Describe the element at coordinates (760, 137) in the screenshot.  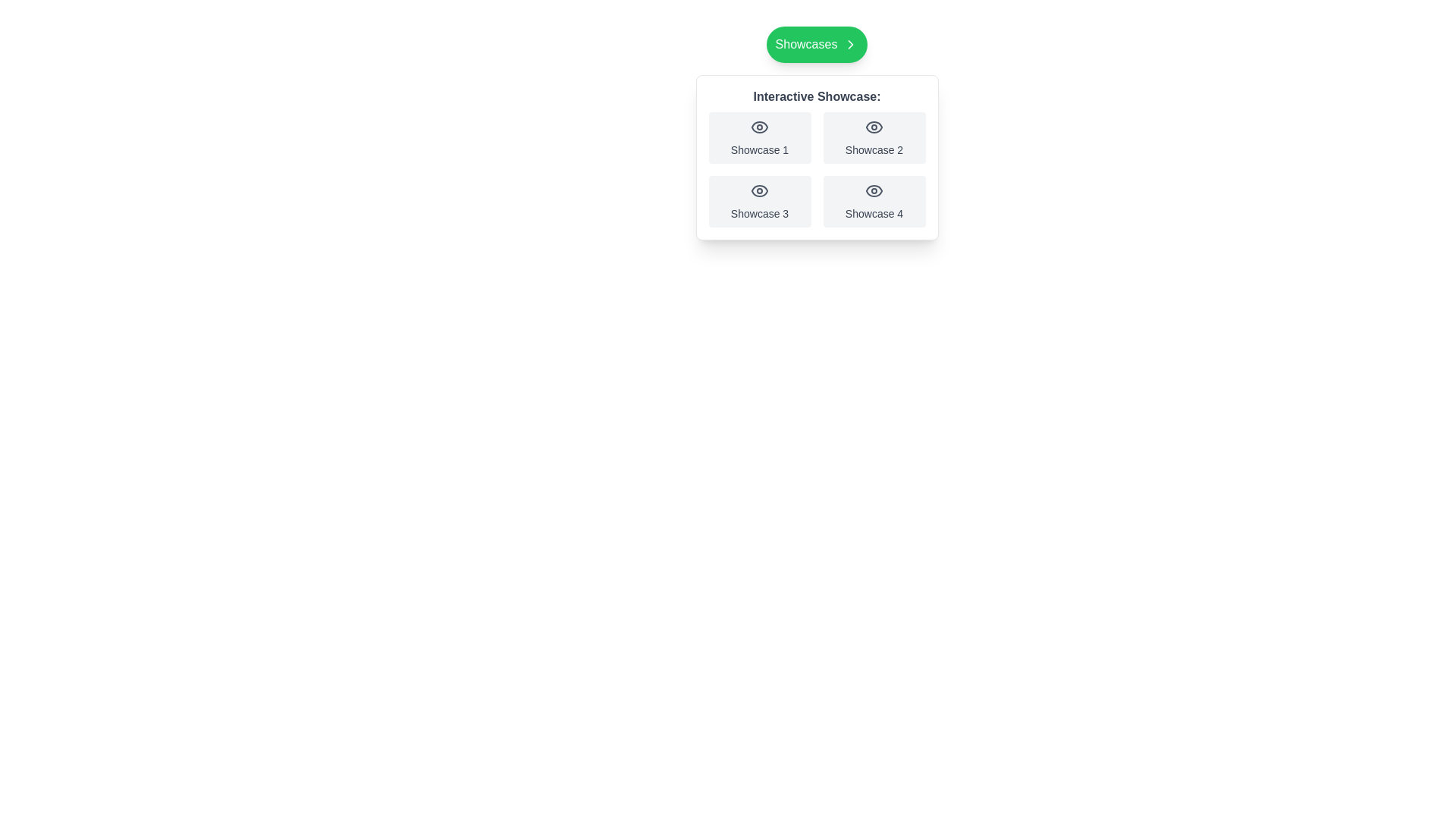
I see `the Interactive card labeled 'Showcase 1', which features an eye icon and is located in the top-left corner of a 2x2 grid layout` at that location.